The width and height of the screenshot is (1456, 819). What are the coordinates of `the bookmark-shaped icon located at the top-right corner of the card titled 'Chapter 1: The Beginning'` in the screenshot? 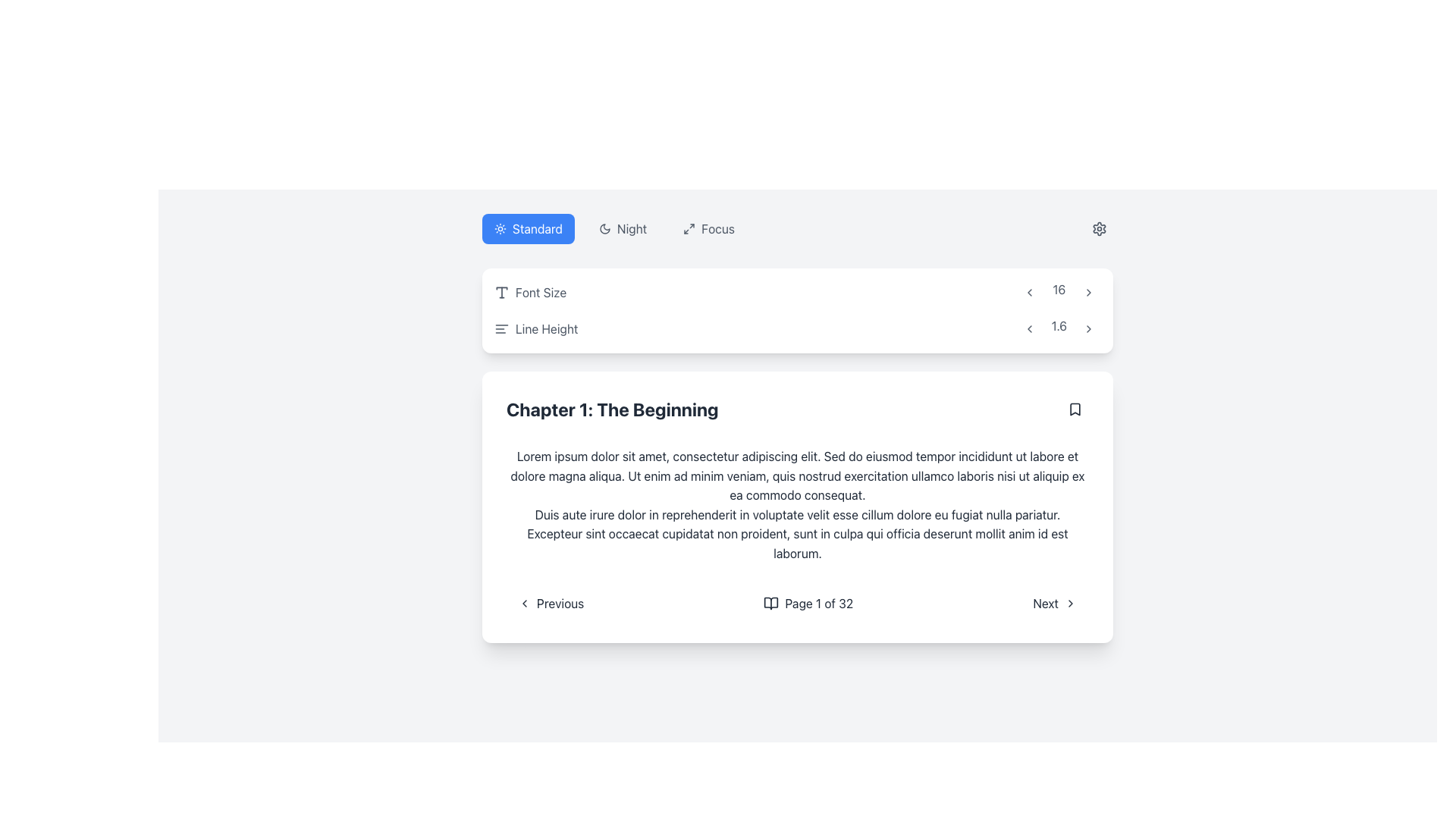 It's located at (1074, 409).